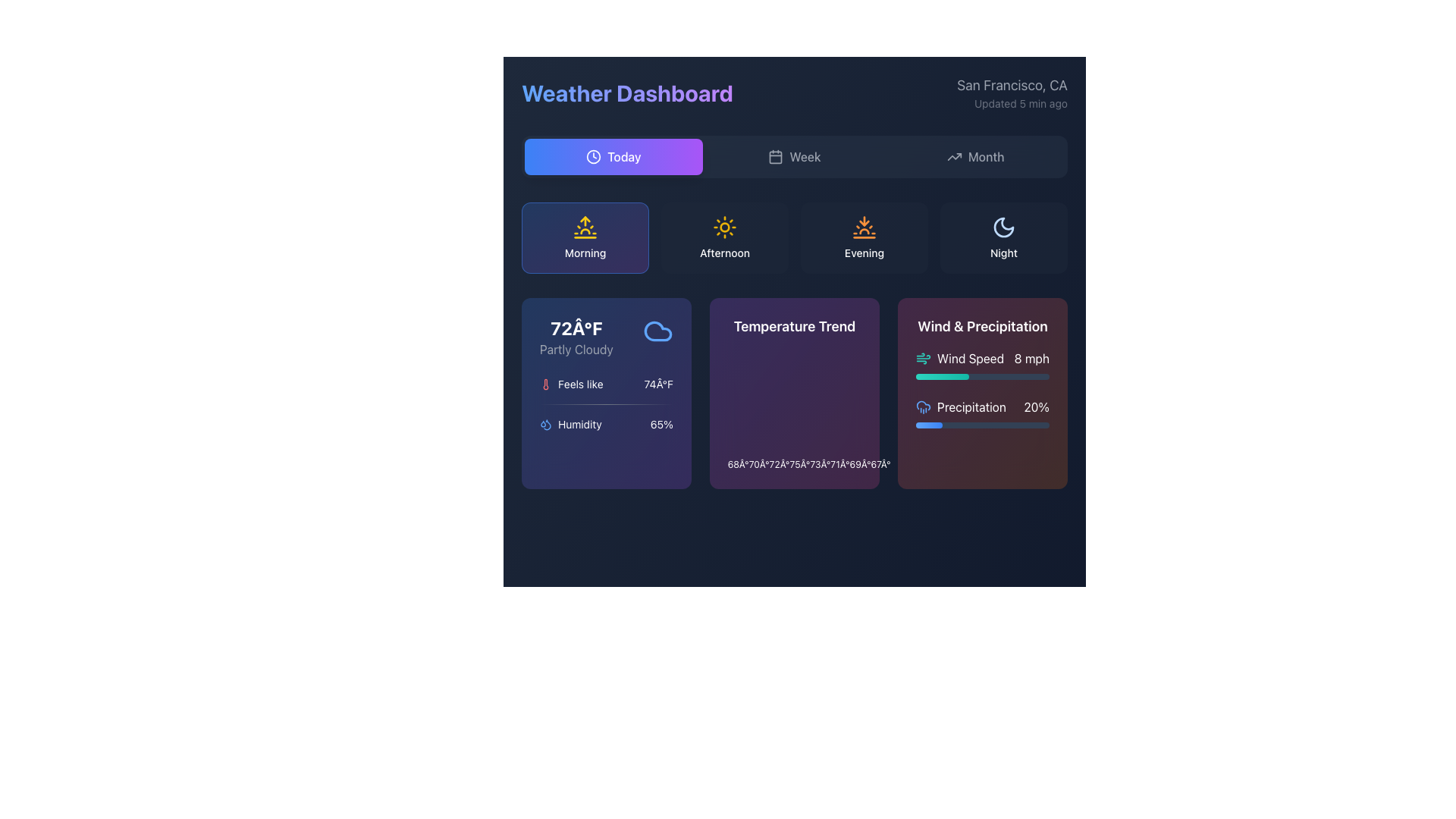  What do you see at coordinates (1005, 376) in the screenshot?
I see `precipitation level` at bounding box center [1005, 376].